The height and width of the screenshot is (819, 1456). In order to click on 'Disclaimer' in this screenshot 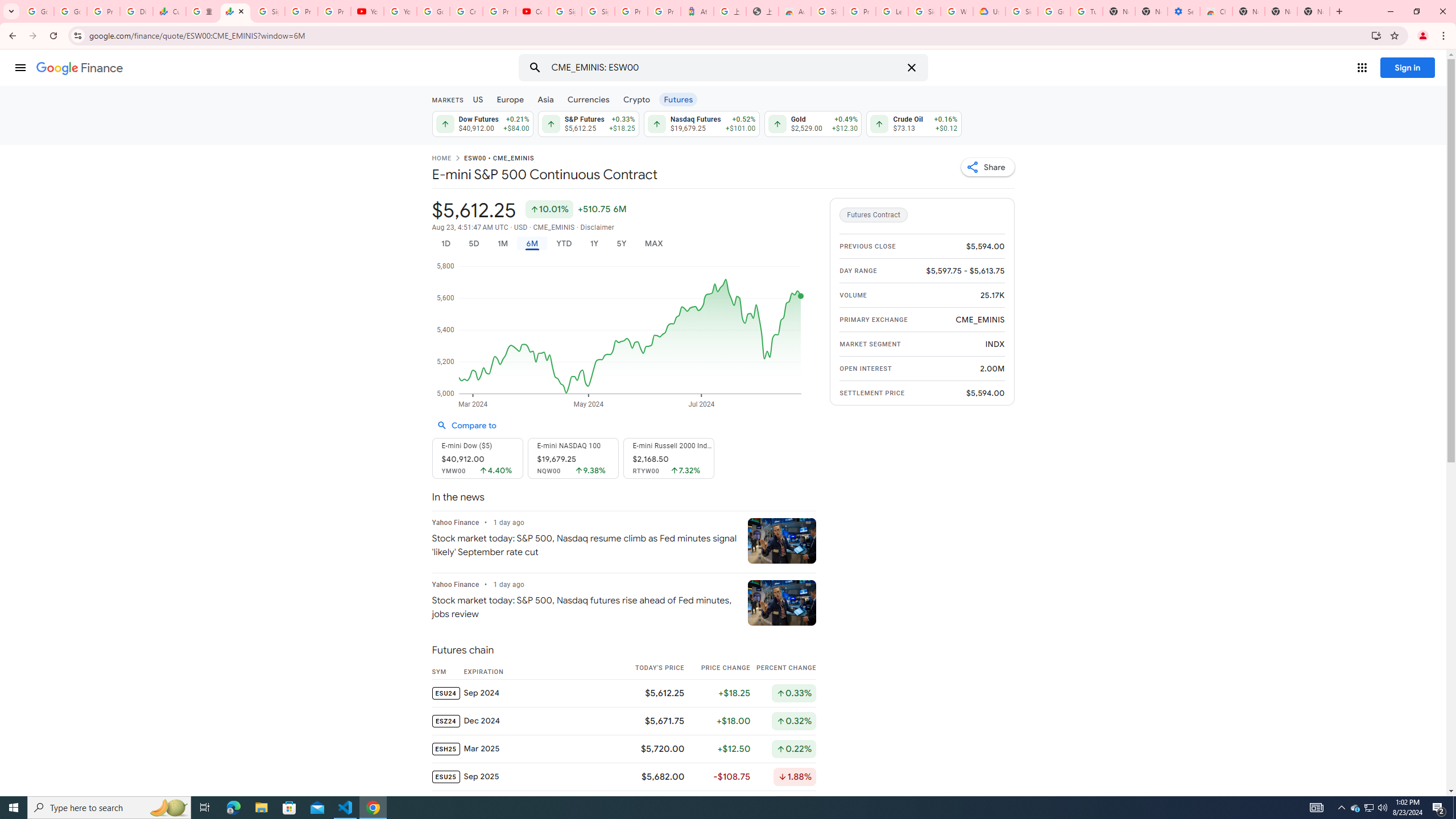, I will do `click(596, 227)`.